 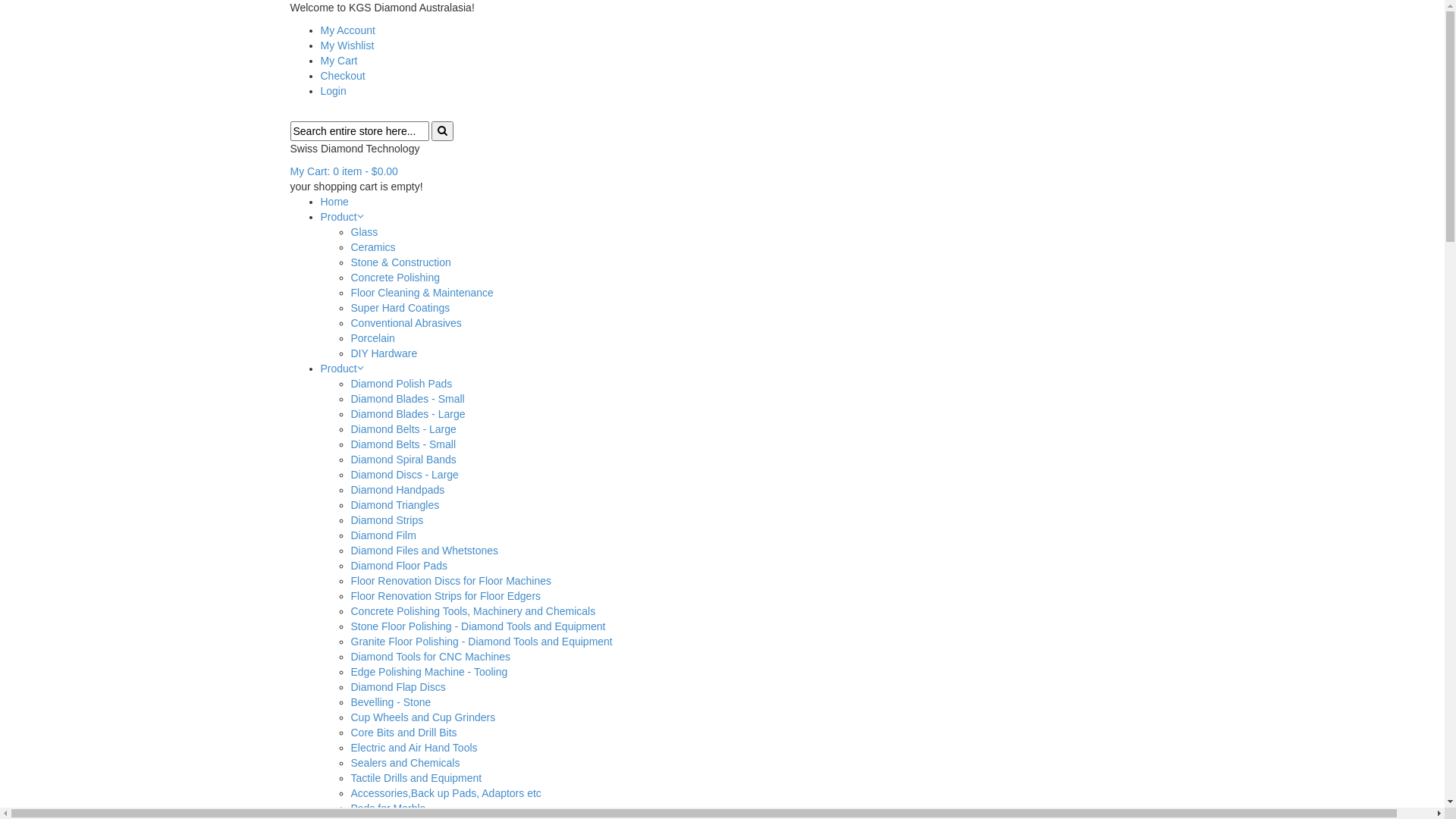 What do you see at coordinates (331, 90) in the screenshot?
I see `'Login'` at bounding box center [331, 90].